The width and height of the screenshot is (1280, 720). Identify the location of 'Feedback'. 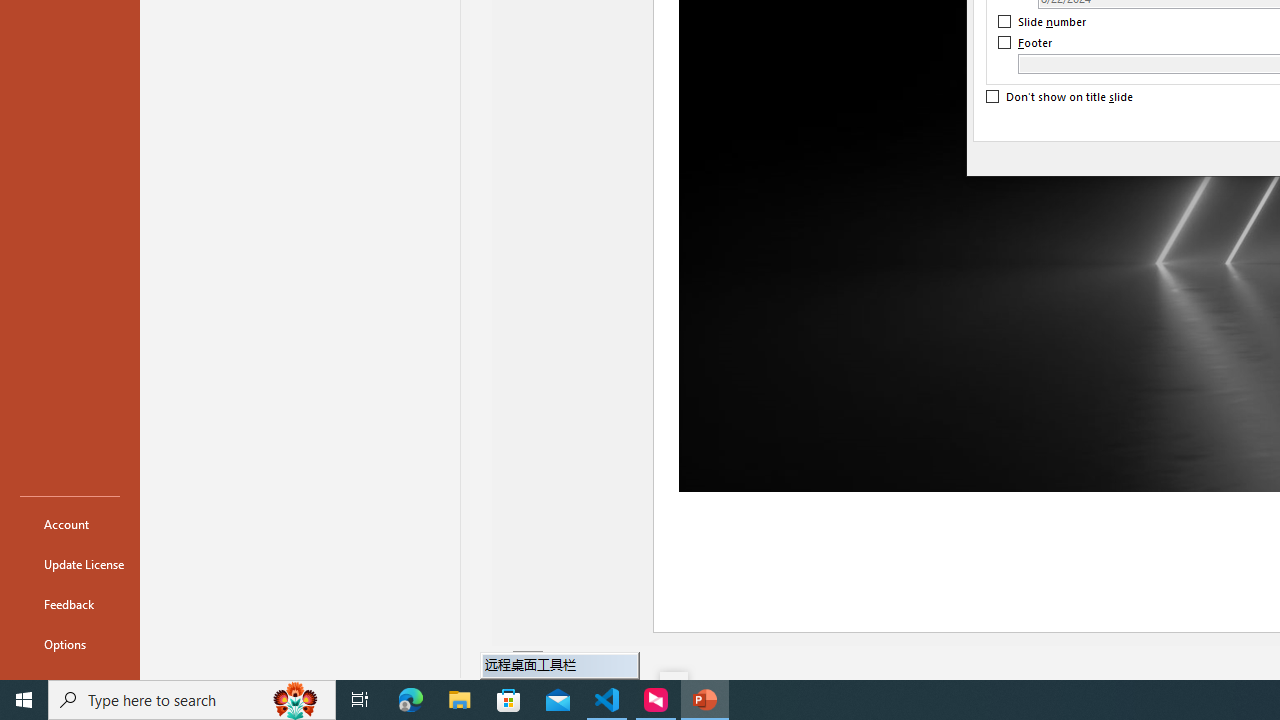
(69, 603).